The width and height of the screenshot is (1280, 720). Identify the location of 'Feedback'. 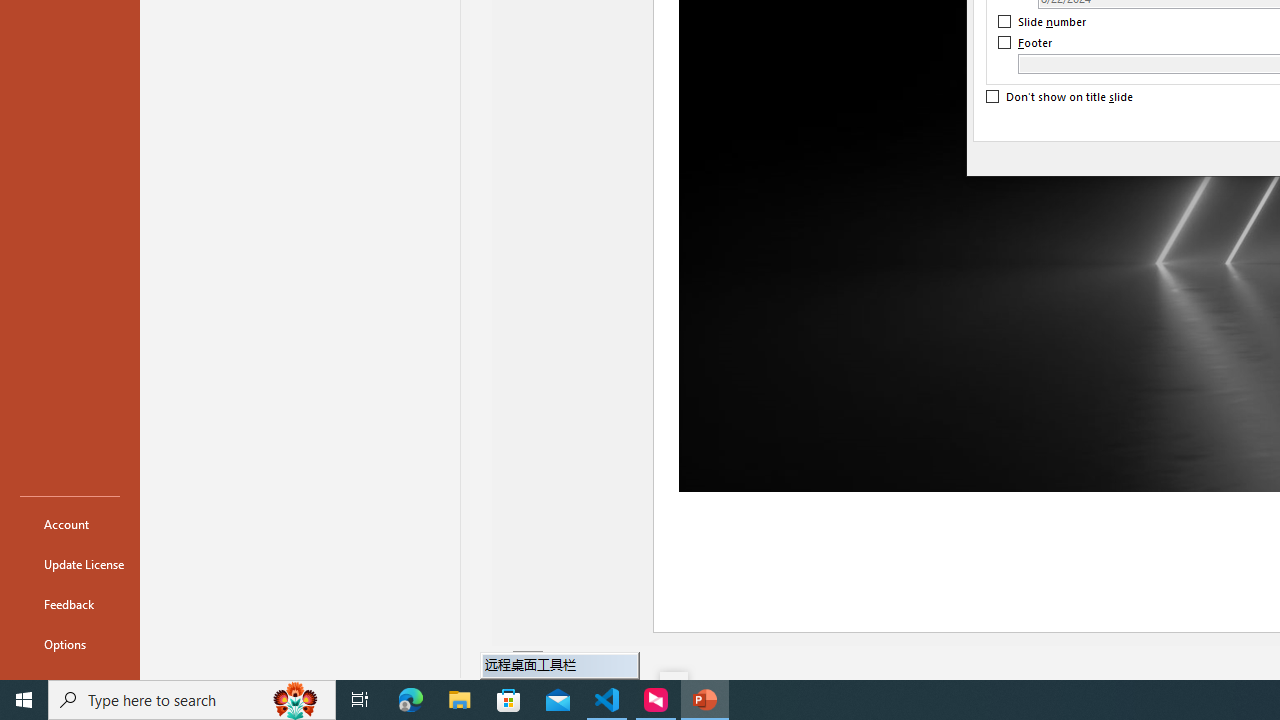
(69, 603).